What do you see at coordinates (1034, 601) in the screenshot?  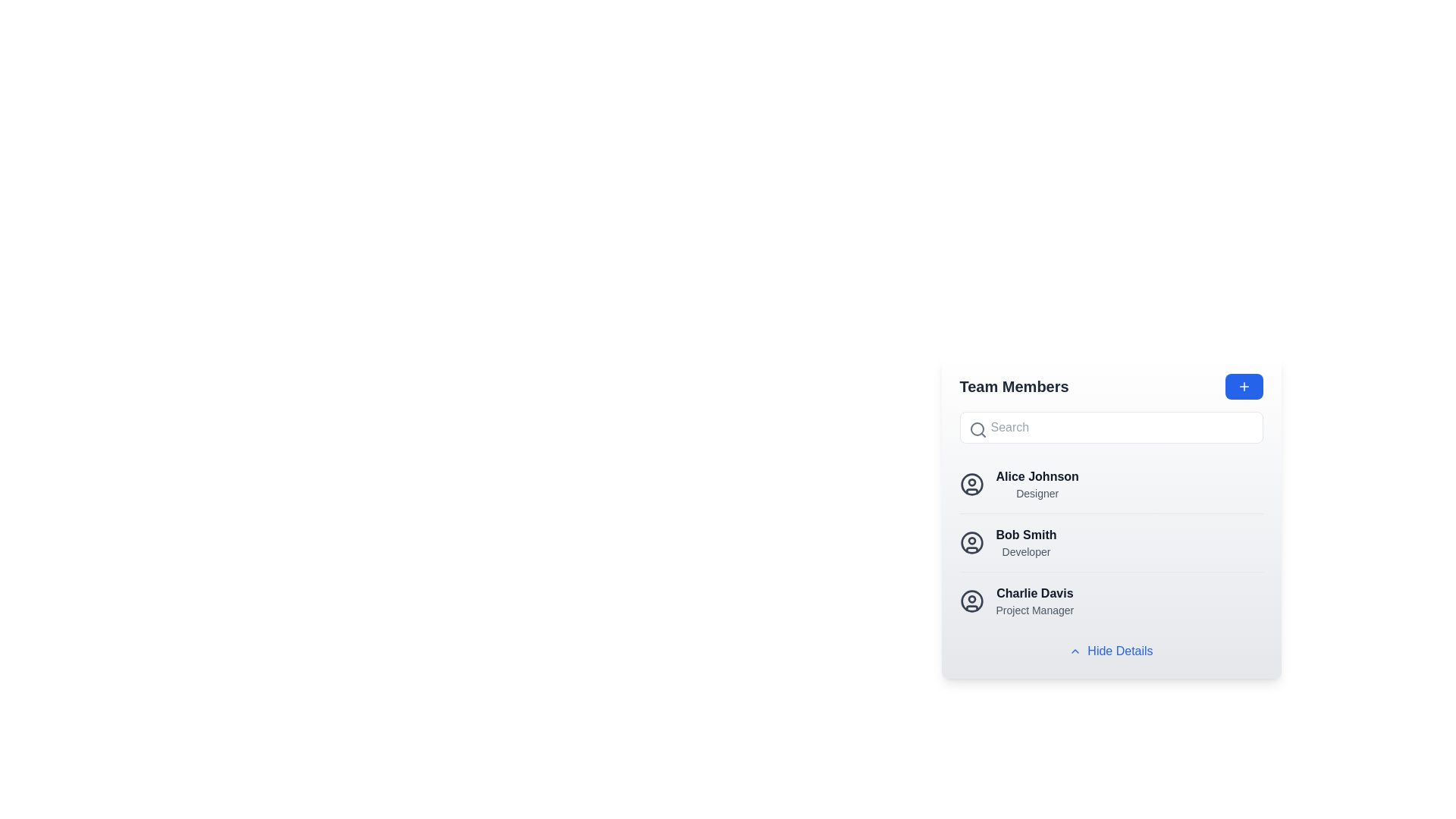 I see `the textual label identifying team member 'Charlie Davis' as 'Project Manager' in the team overview interface` at bounding box center [1034, 601].